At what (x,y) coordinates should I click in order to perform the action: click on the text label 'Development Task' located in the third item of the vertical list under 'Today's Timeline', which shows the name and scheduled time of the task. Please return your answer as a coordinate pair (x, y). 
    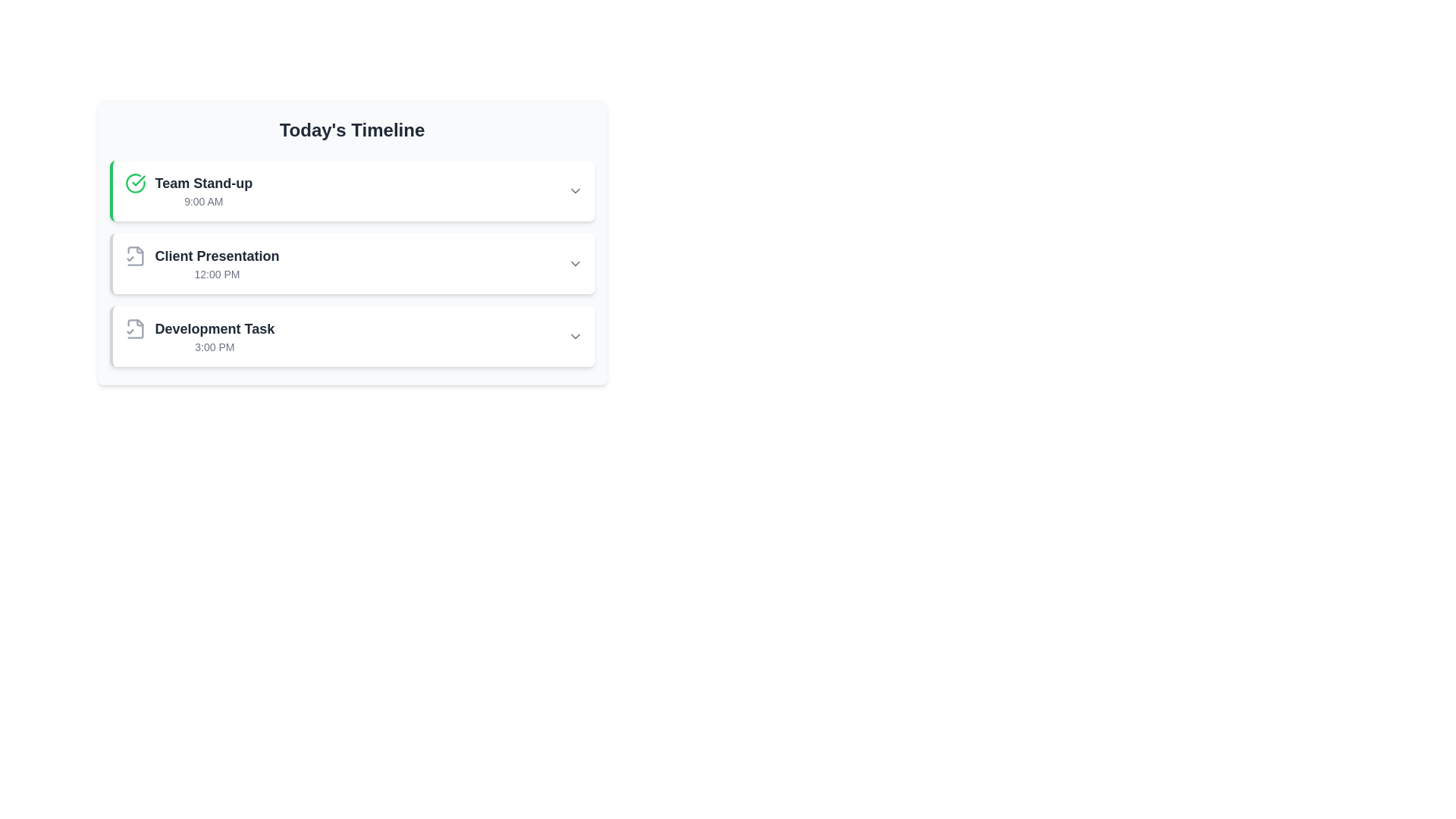
    Looking at the image, I should click on (214, 335).